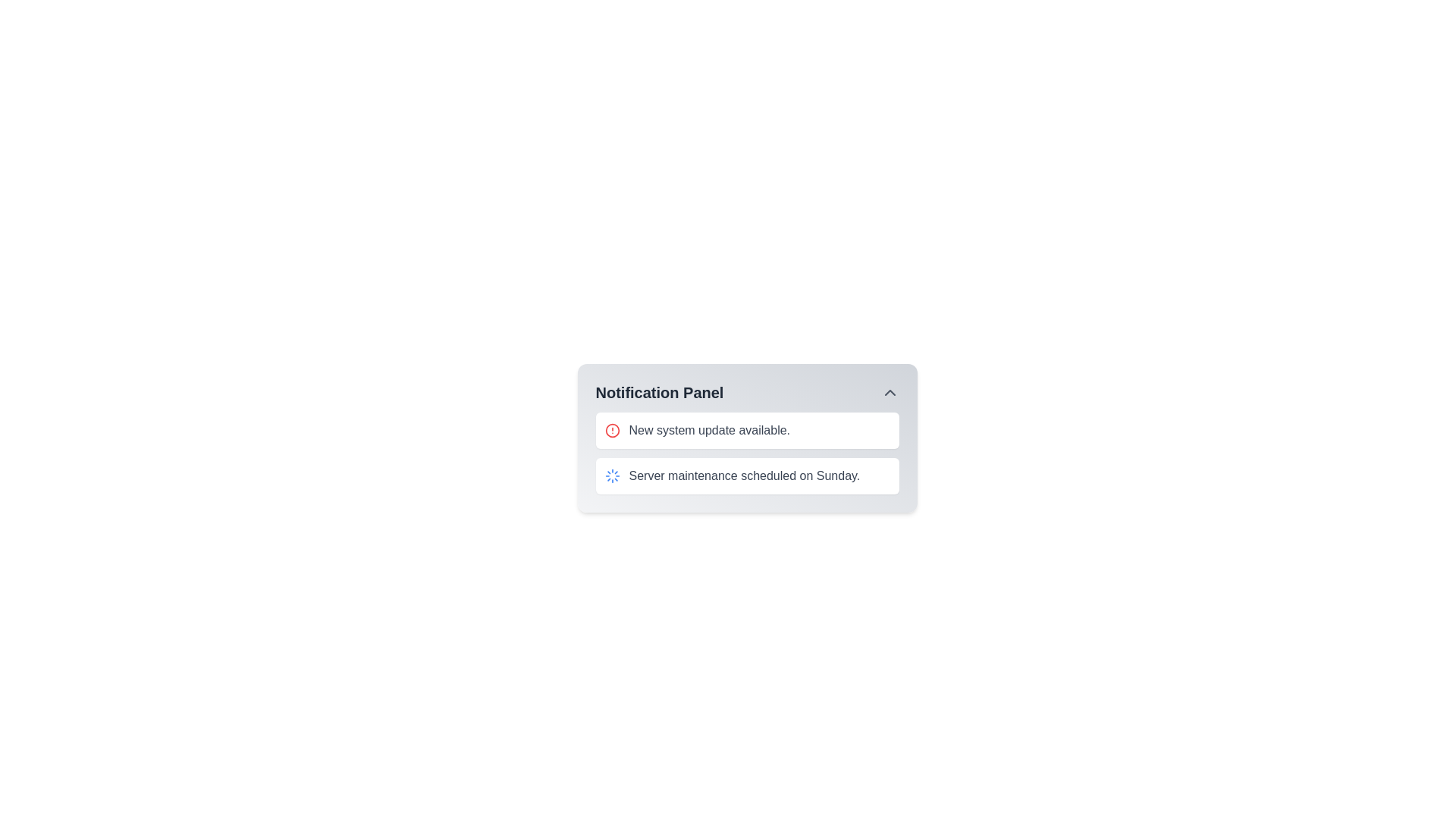 The width and height of the screenshot is (1456, 819). What do you see at coordinates (747, 430) in the screenshot?
I see `the first notification item with a white background and a red alert icon that contains the text 'New system update available.' to acknowledge or view details of the notification` at bounding box center [747, 430].